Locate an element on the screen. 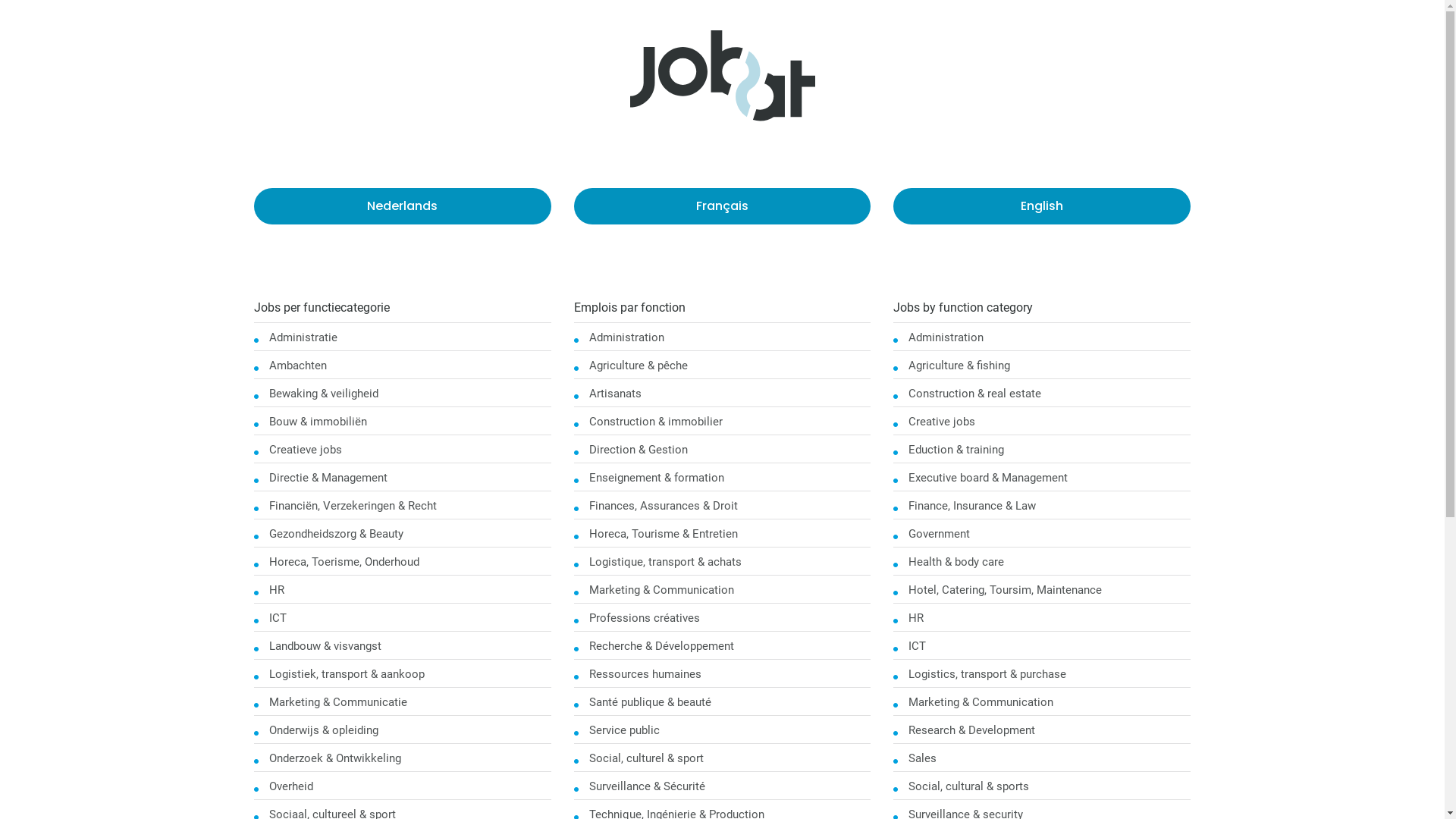  'Administration' is located at coordinates (626, 336).